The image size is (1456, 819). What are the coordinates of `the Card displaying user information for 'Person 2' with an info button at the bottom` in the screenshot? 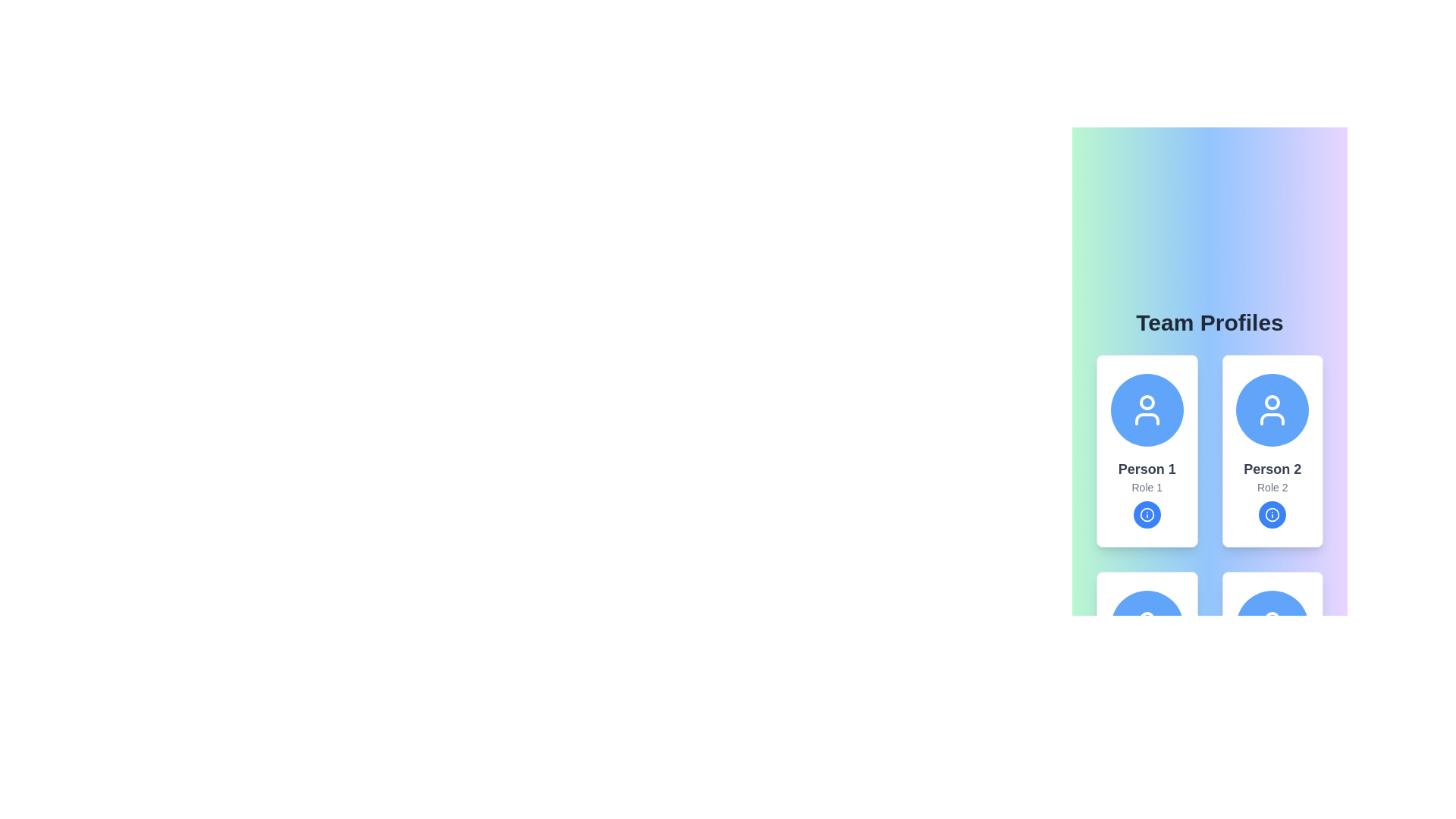 It's located at (1272, 450).